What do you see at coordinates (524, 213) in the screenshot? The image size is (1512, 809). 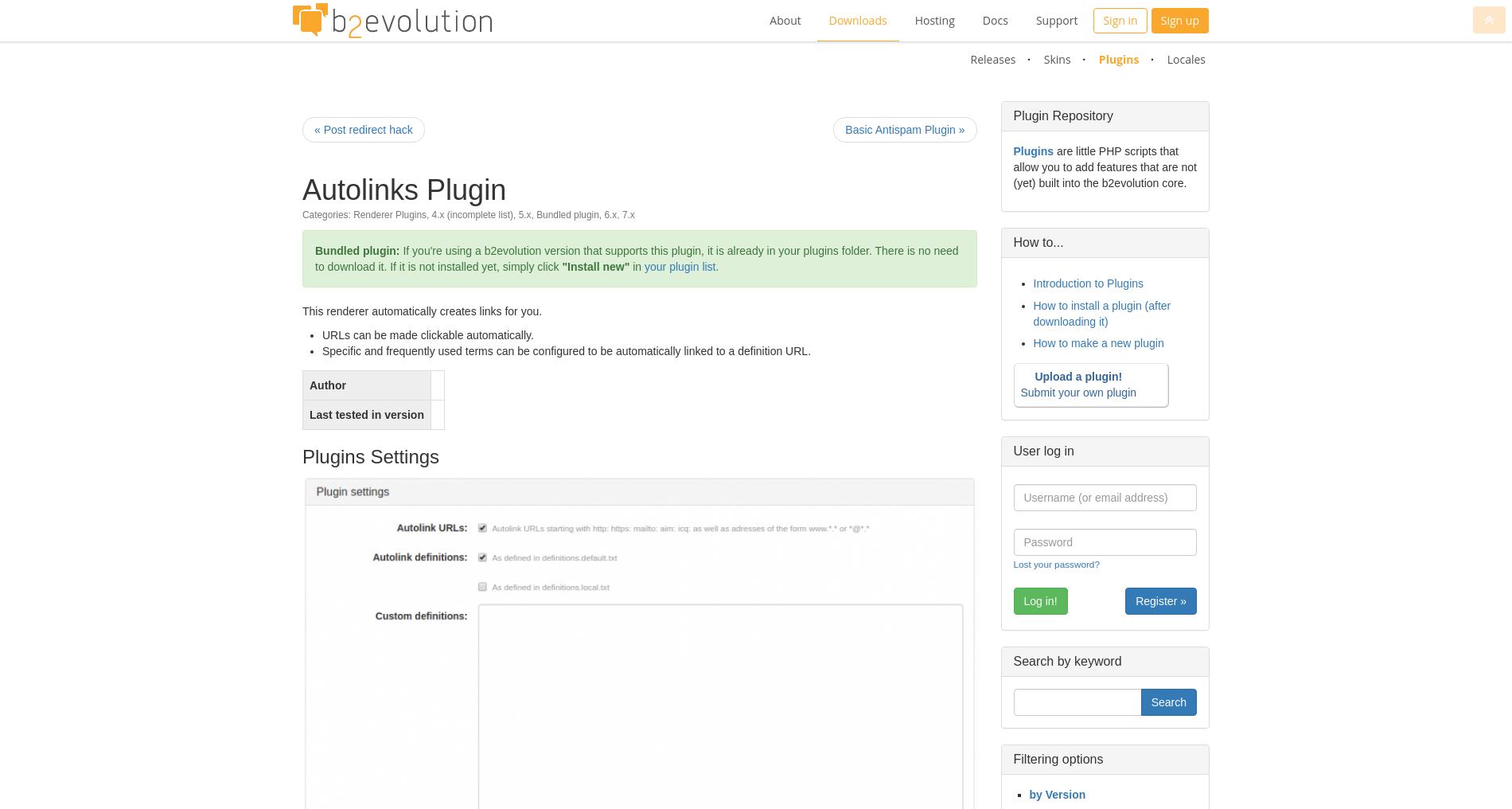 I see `'5.x'` at bounding box center [524, 213].